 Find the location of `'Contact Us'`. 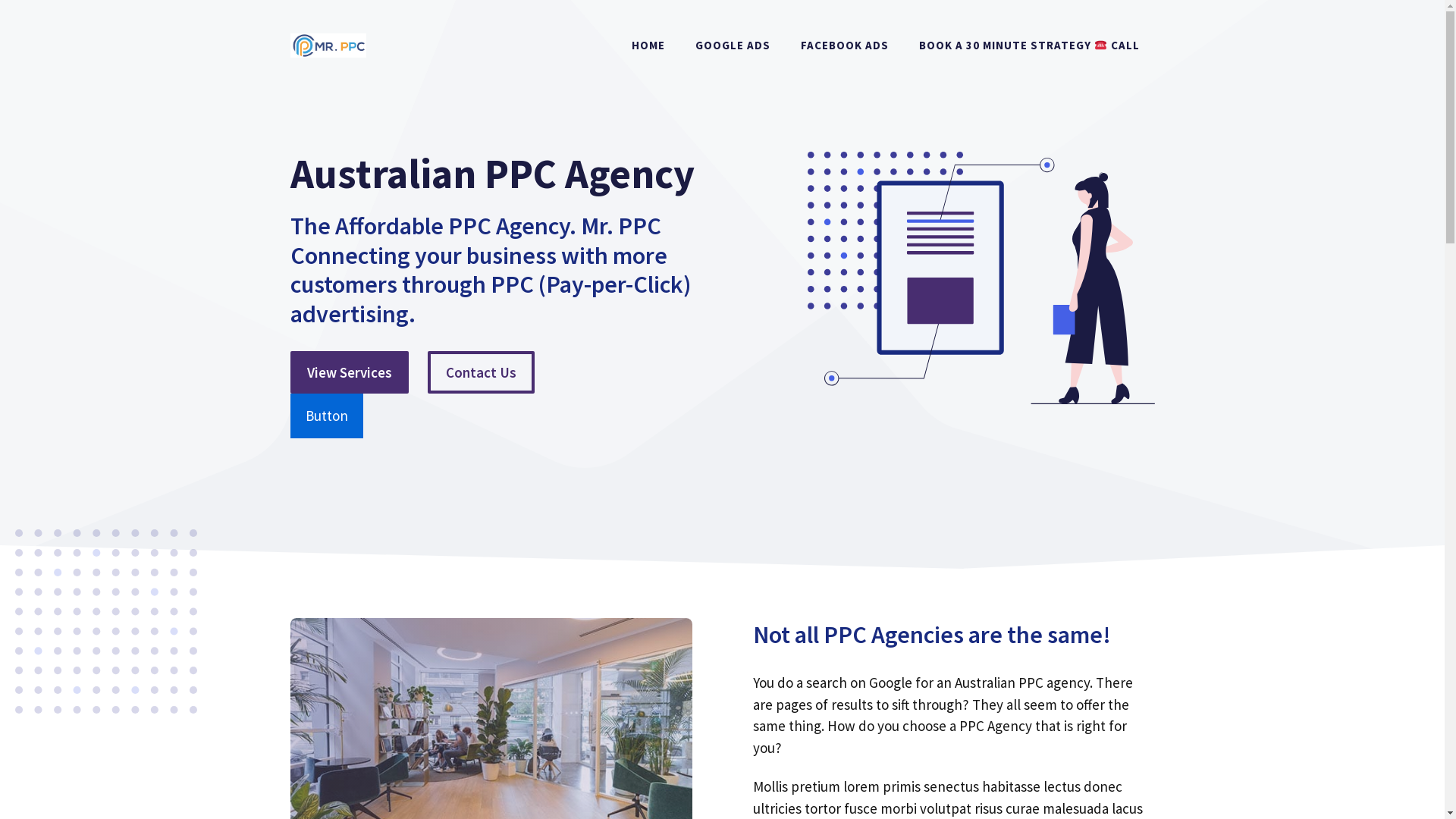

'Contact Us' is located at coordinates (480, 372).